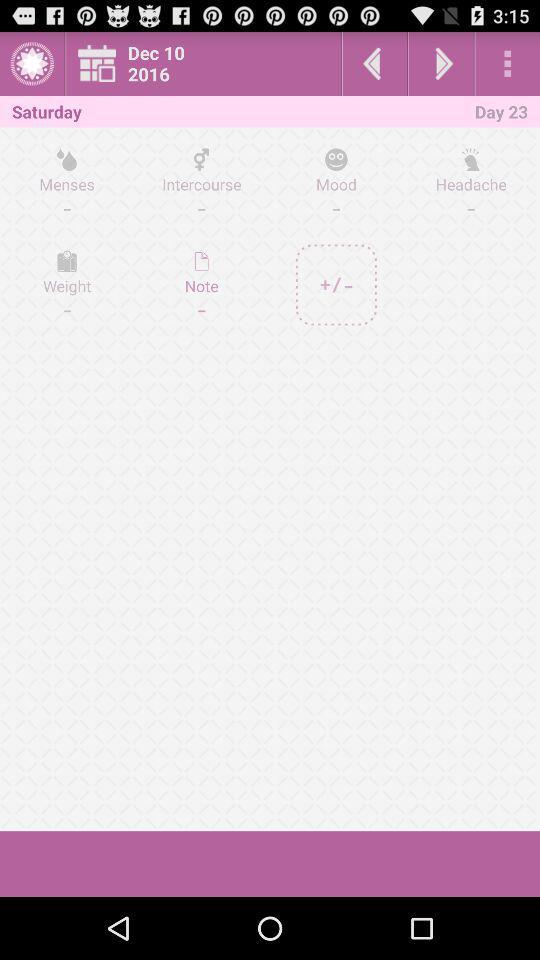 This screenshot has height=960, width=540. Describe the element at coordinates (470, 183) in the screenshot. I see `item next to the mood` at that location.